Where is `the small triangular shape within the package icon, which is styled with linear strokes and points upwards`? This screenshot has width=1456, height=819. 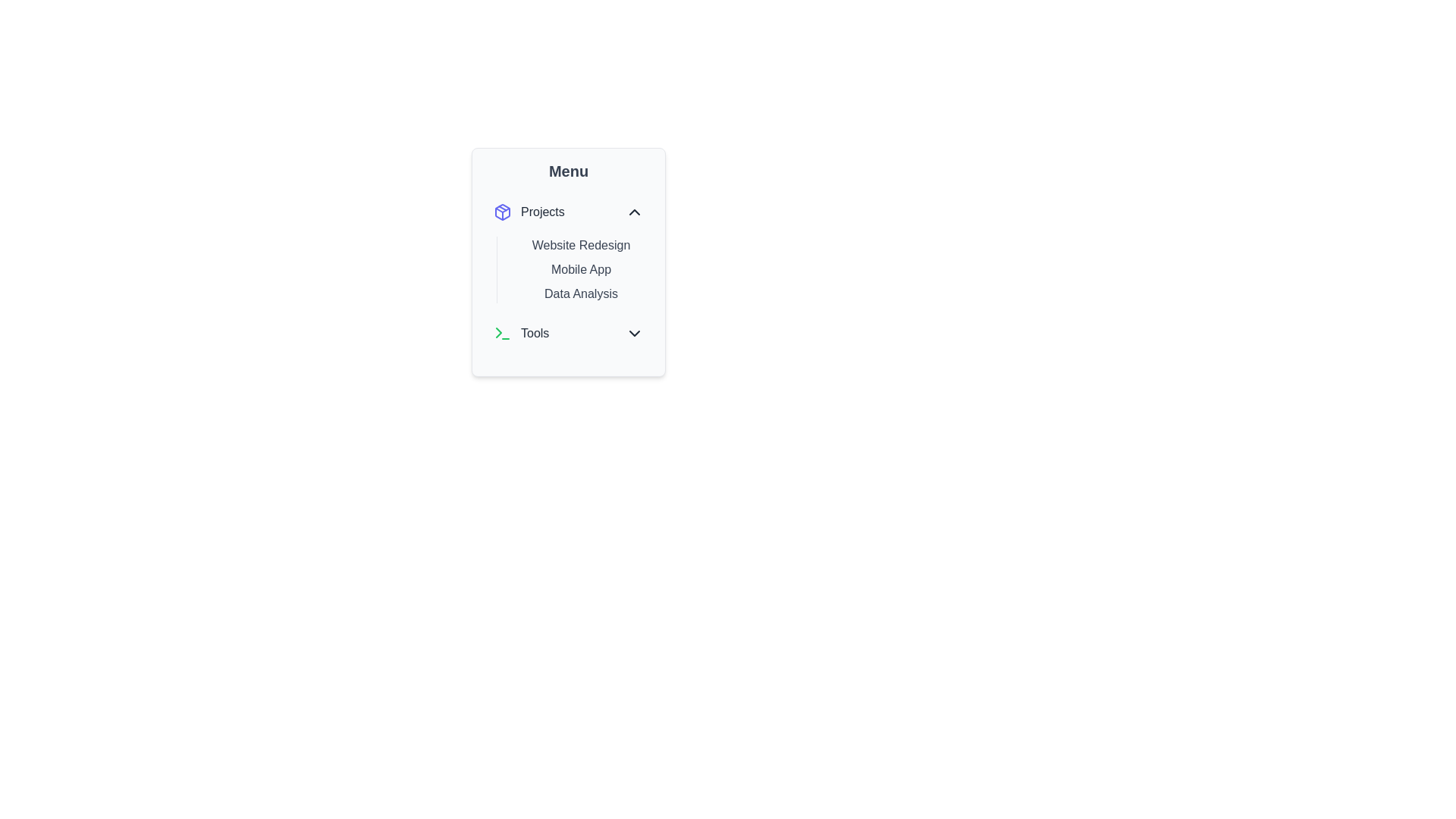 the small triangular shape within the package icon, which is styled with linear strokes and points upwards is located at coordinates (502, 210).